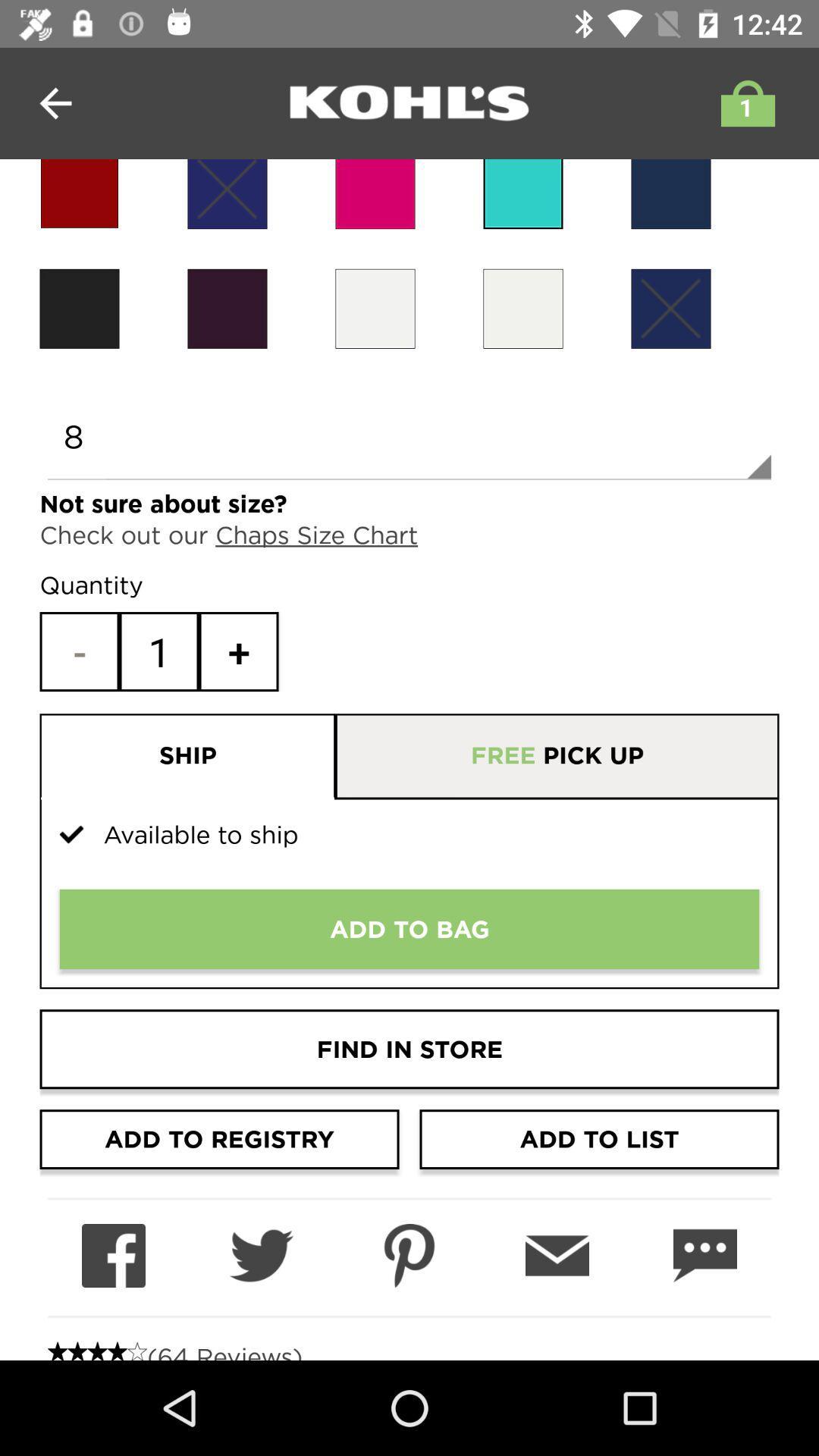 The height and width of the screenshot is (1456, 819). What do you see at coordinates (409, 102) in the screenshot?
I see `navigate to home page` at bounding box center [409, 102].